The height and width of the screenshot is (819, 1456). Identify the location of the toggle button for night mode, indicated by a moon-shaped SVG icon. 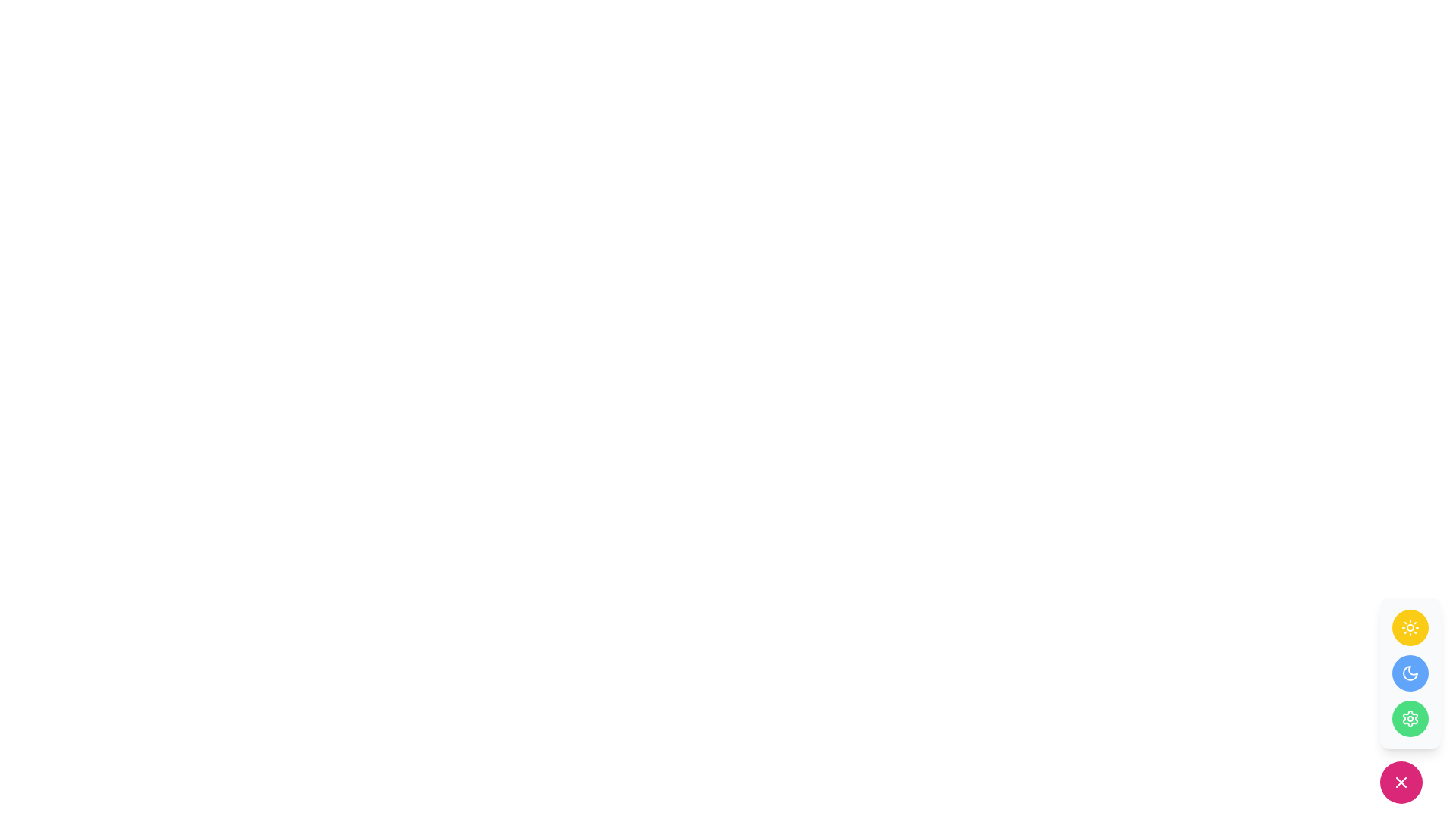
(1410, 672).